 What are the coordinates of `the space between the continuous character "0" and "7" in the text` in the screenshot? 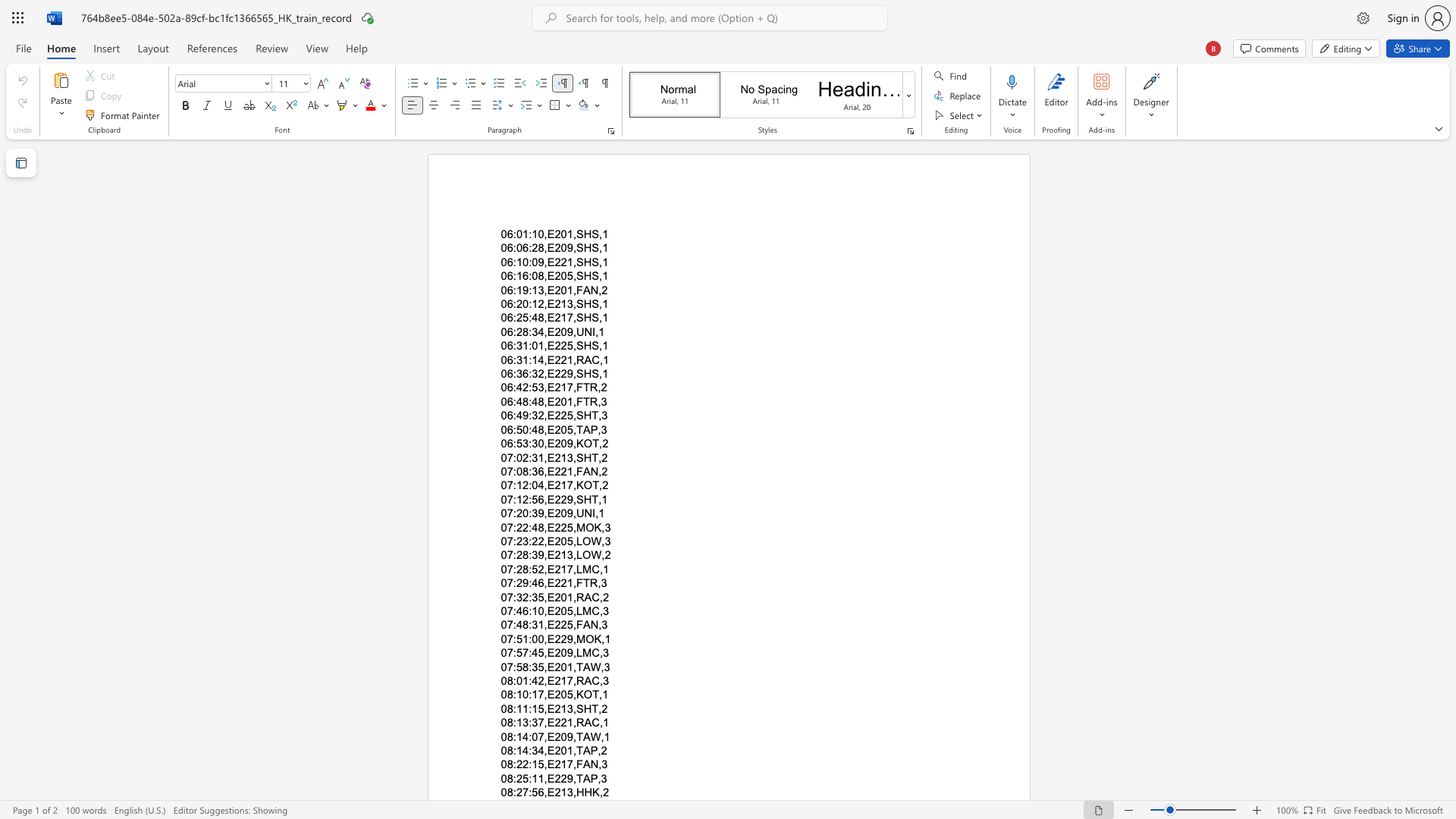 It's located at (507, 540).